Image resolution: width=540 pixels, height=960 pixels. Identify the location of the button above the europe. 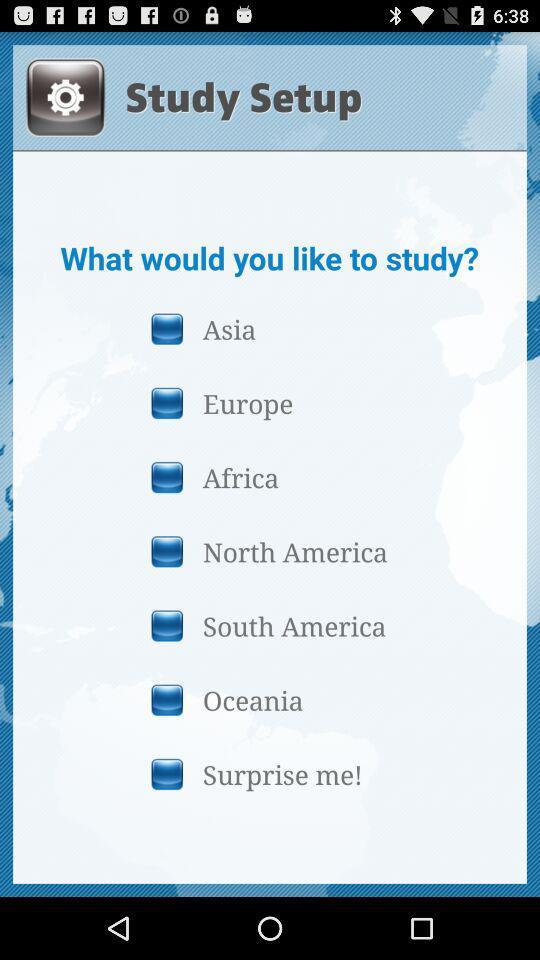
(269, 328).